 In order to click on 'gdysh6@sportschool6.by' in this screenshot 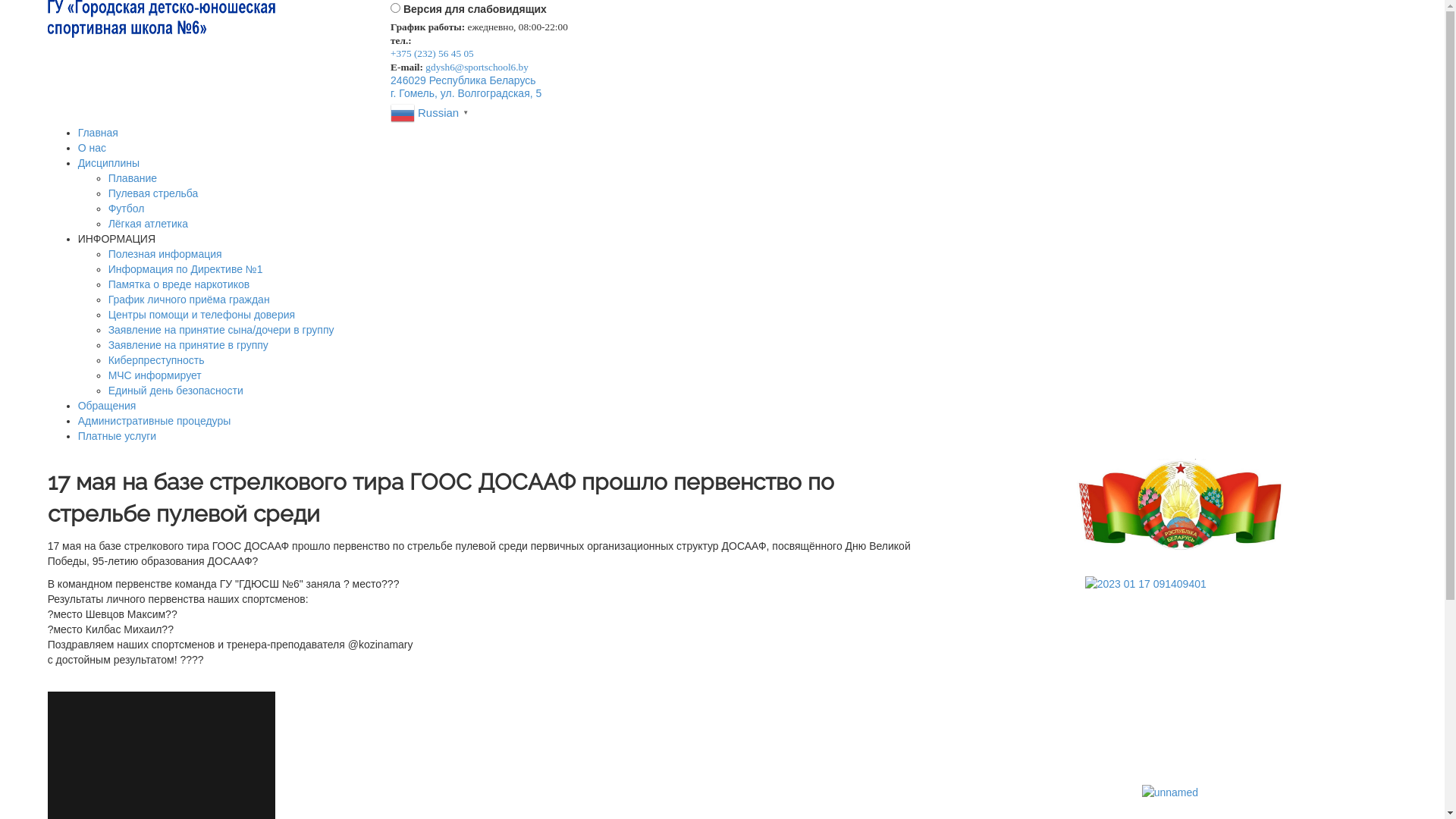, I will do `click(425, 66)`.